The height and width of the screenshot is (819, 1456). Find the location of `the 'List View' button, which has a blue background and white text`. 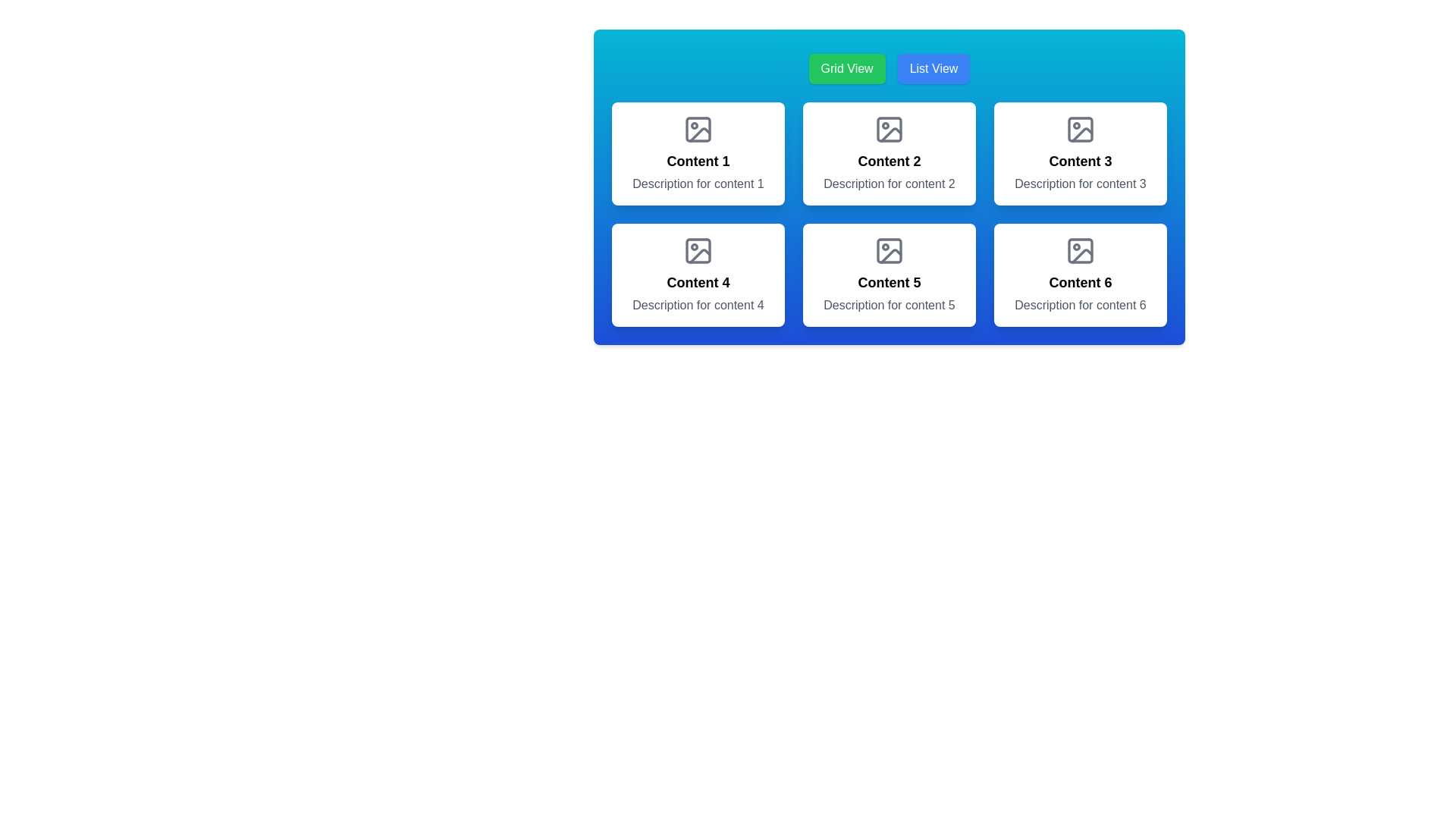

the 'List View' button, which has a blue background and white text is located at coordinates (933, 69).